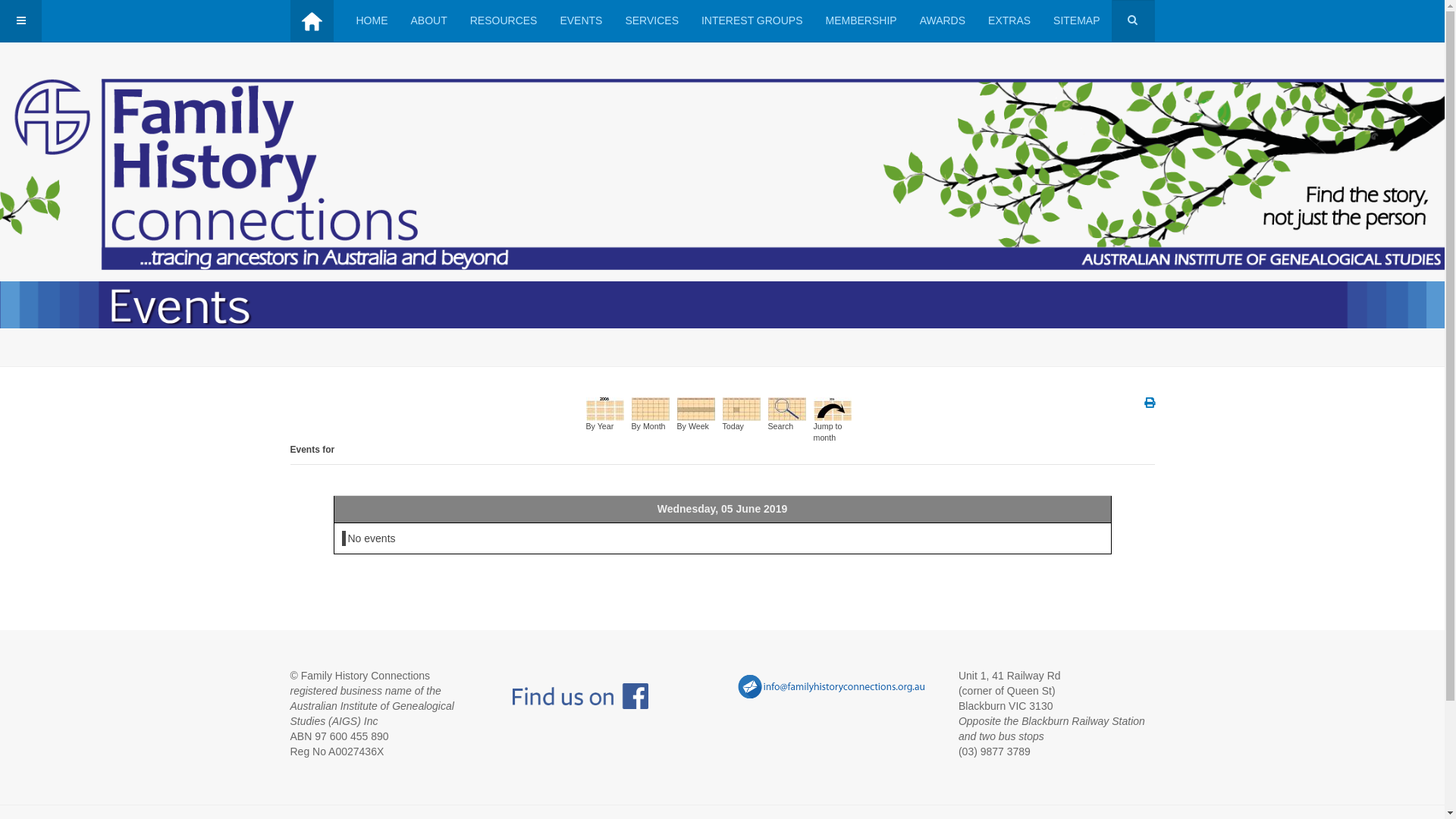 This screenshot has height=819, width=1456. What do you see at coordinates (580, 20) in the screenshot?
I see `'EVENTS'` at bounding box center [580, 20].